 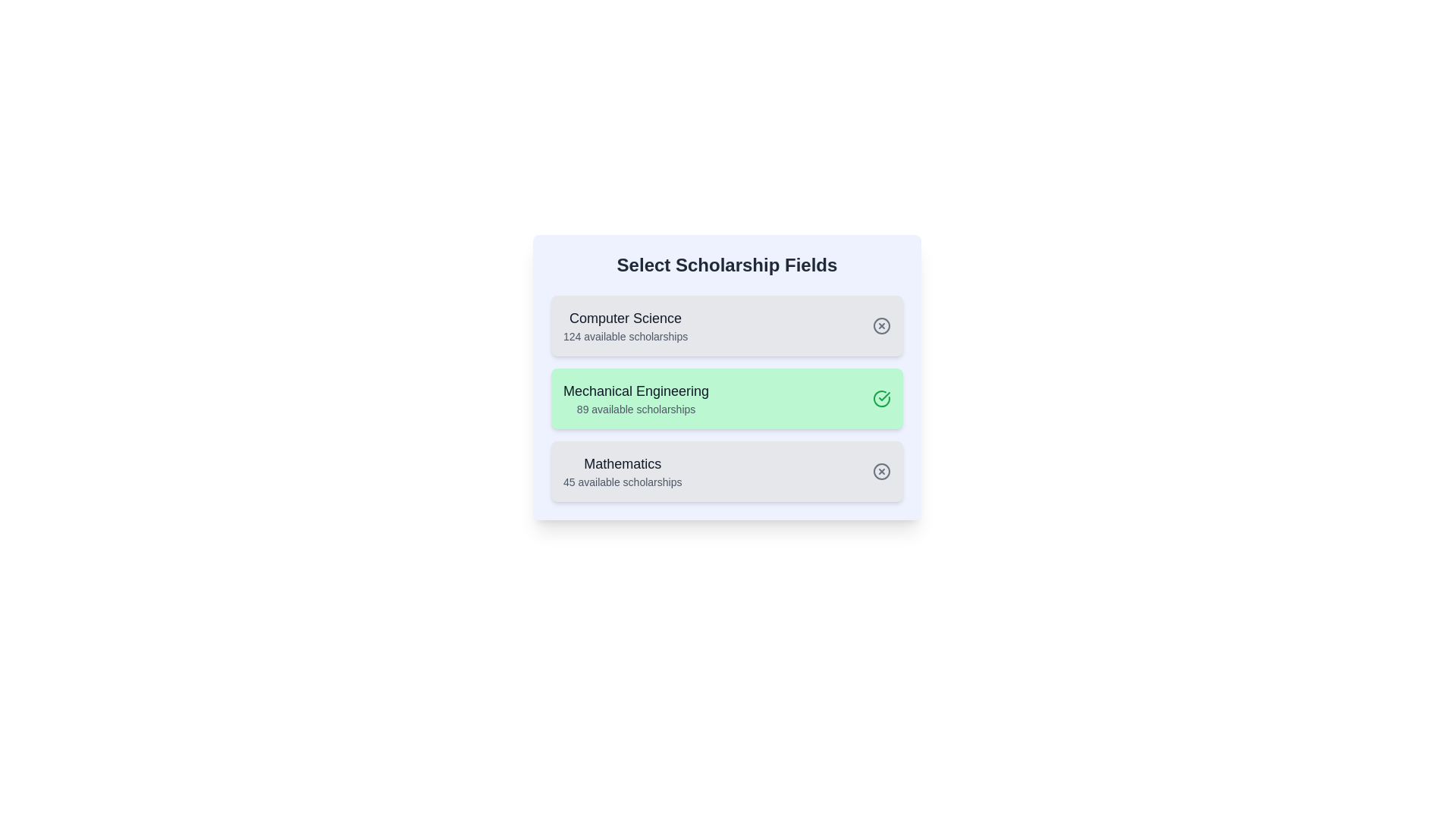 What do you see at coordinates (726, 470) in the screenshot?
I see `the field Mathematics by clicking on its card` at bounding box center [726, 470].